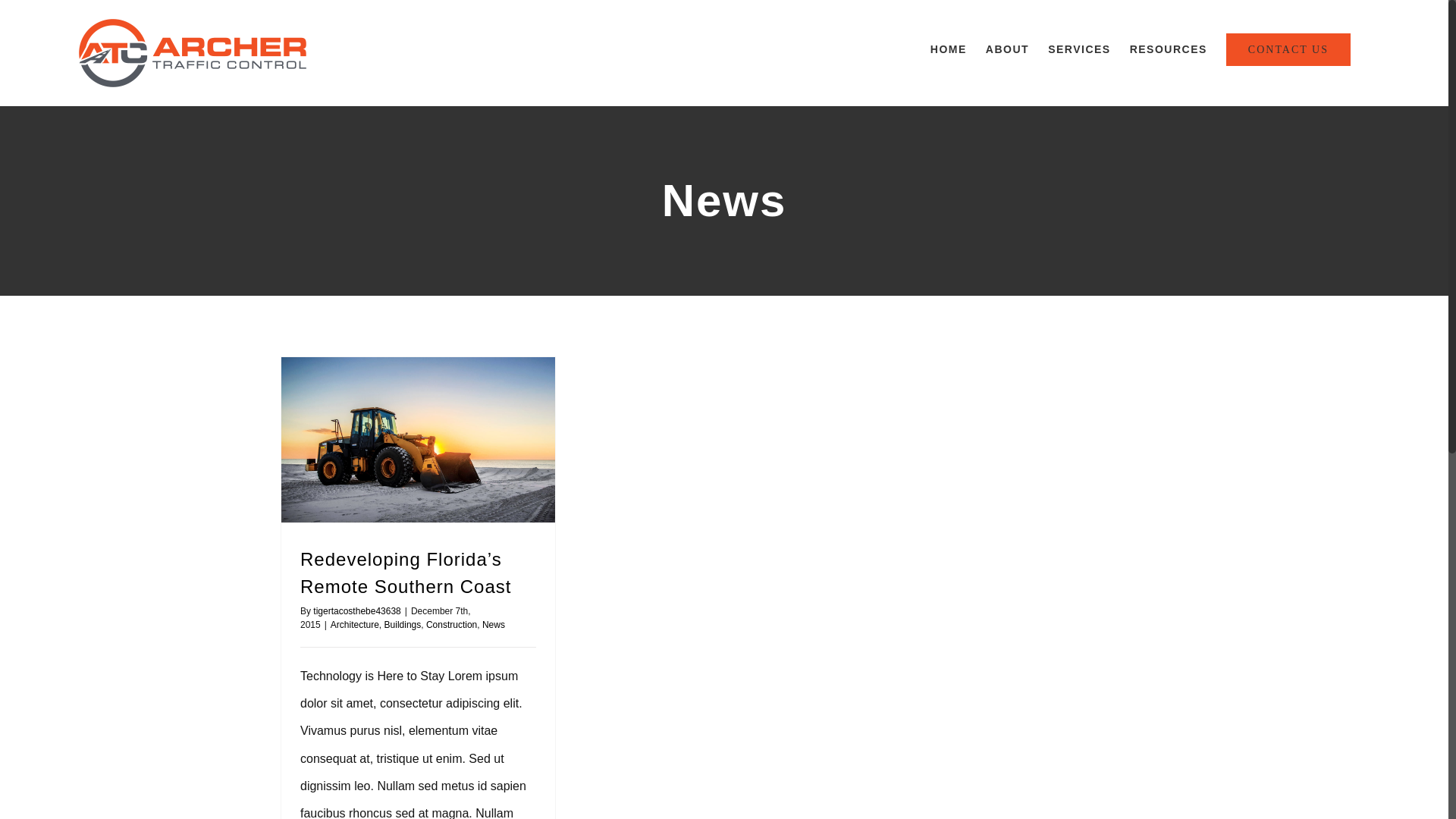  I want to click on 'Buildings', so click(403, 625).